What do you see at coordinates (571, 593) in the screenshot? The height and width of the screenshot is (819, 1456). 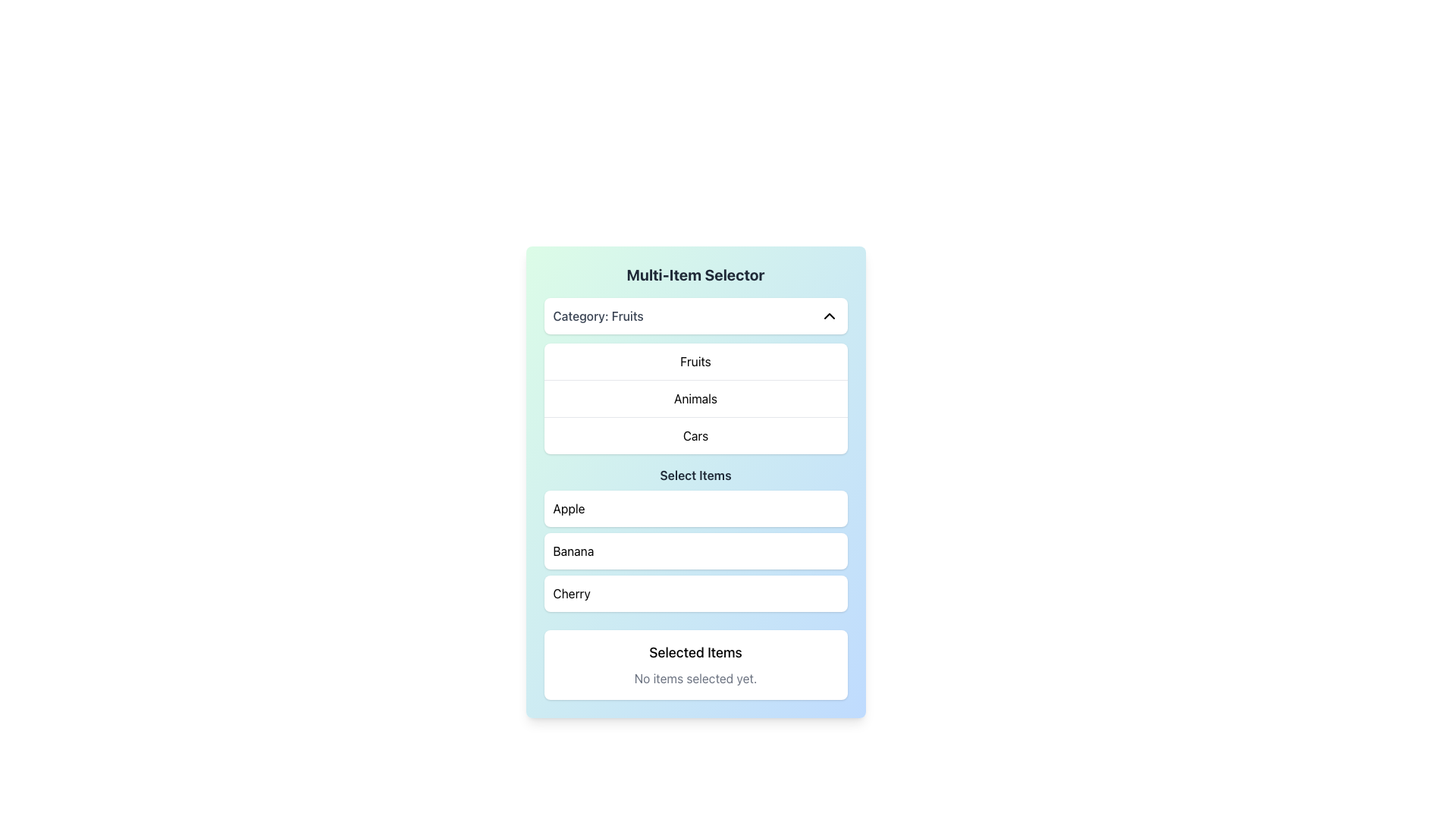 I see `the text label displaying 'Cherry'` at bounding box center [571, 593].